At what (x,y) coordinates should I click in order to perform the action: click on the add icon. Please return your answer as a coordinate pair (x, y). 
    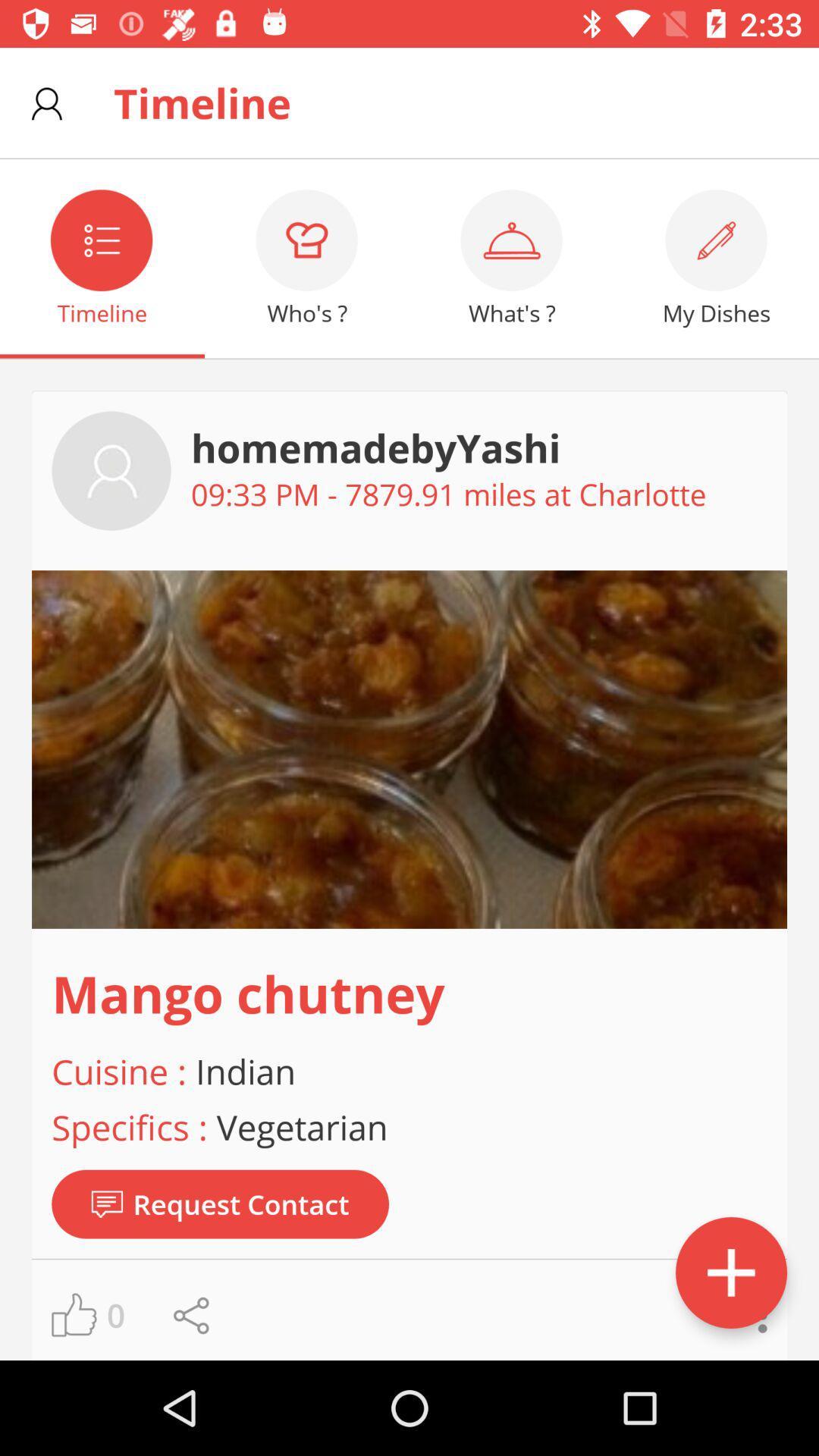
    Looking at the image, I should click on (730, 1272).